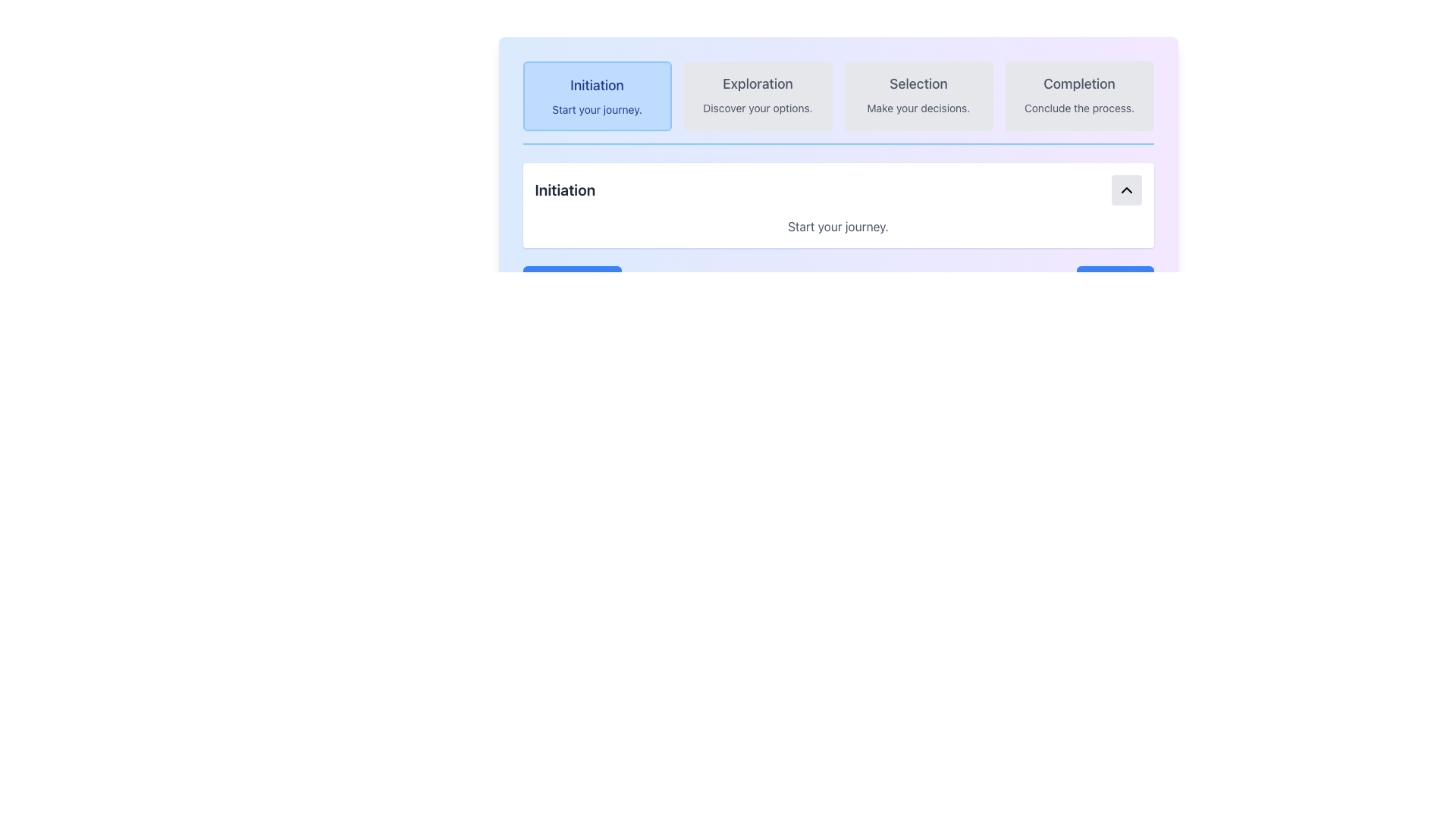 This screenshot has width=1456, height=819. Describe the element at coordinates (596, 85) in the screenshot. I see `main title text located at the top-left corner of the rounded rectangular button that represents the initiation phase of a process` at that location.